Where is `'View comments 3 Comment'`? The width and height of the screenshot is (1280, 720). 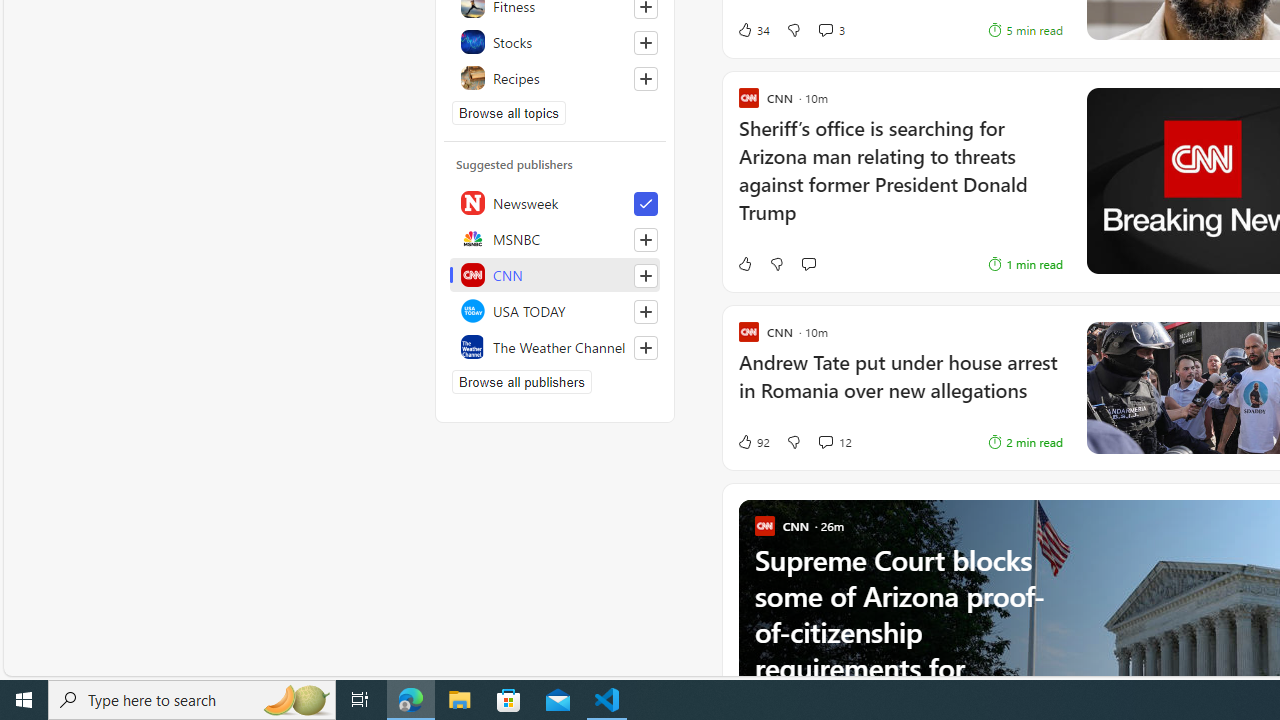
'View comments 3 Comment' is located at coordinates (825, 30).